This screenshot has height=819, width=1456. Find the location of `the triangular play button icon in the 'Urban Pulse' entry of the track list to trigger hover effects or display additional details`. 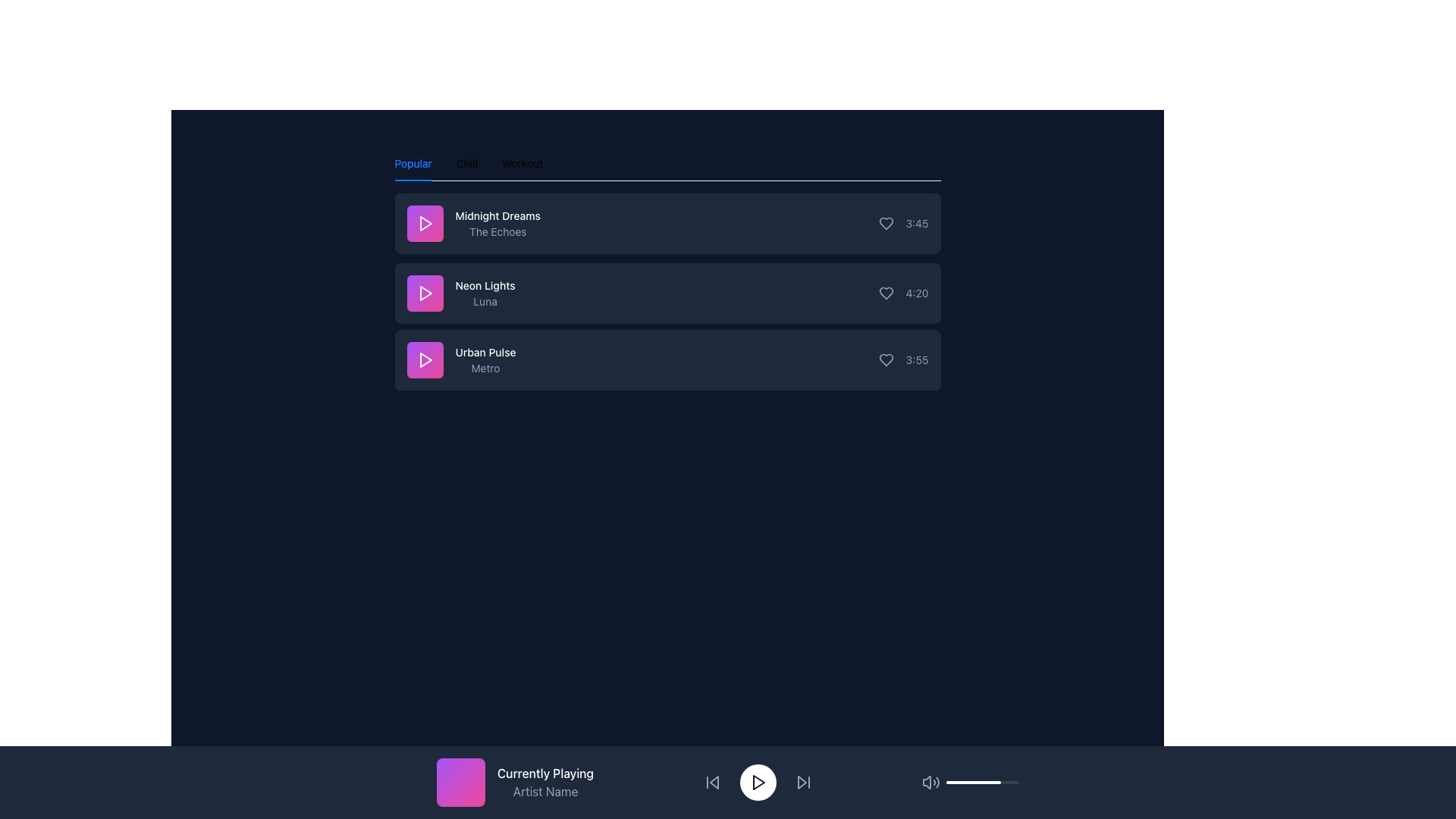

the triangular play button icon in the 'Urban Pulse' entry of the track list to trigger hover effects or display additional details is located at coordinates (425, 359).